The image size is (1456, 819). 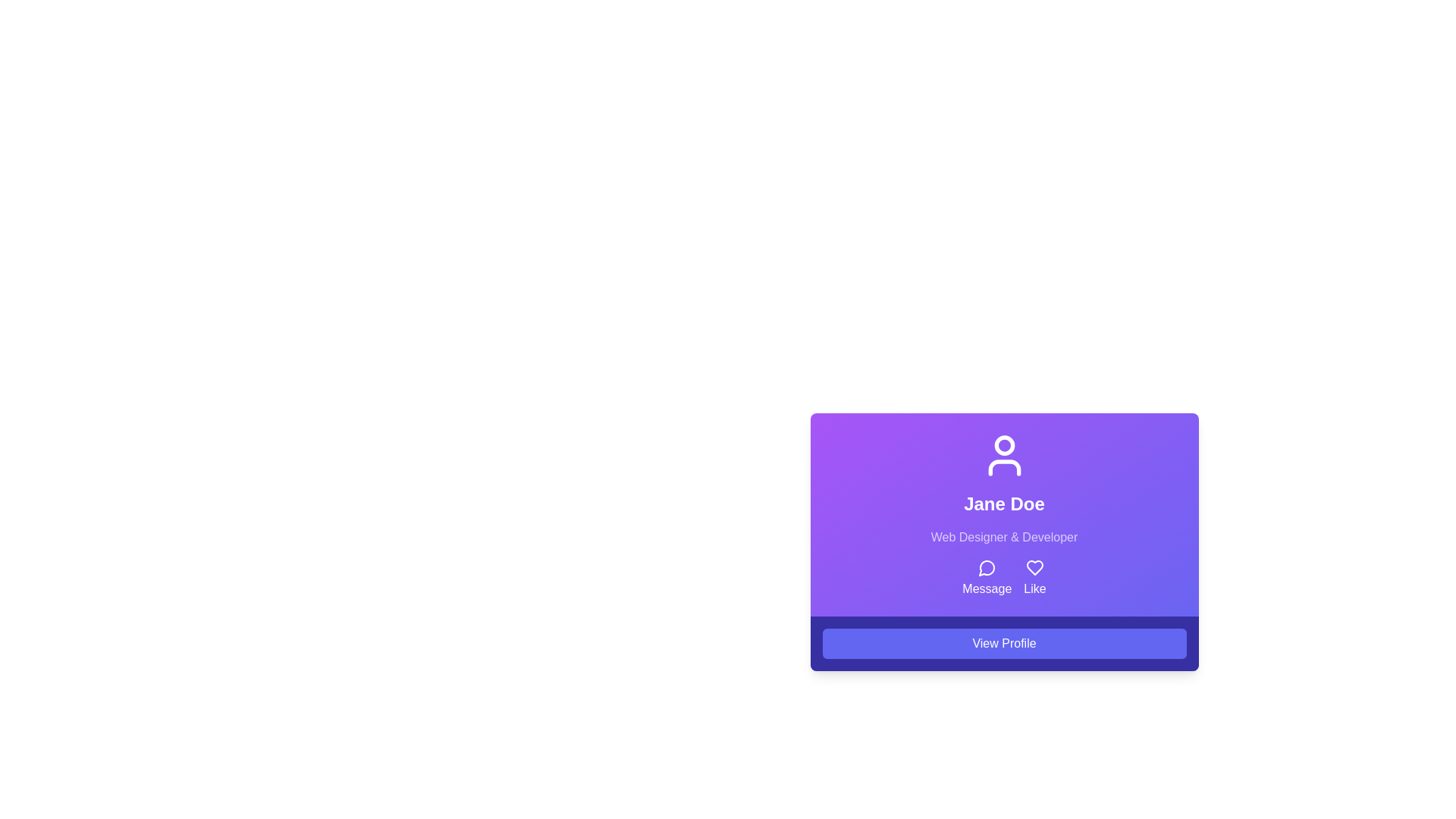 What do you see at coordinates (987, 588) in the screenshot?
I see `the 'Message' text label styled in white against a purple background, located below the speech bubble icon, to associate the text with its corresponding icon` at bounding box center [987, 588].